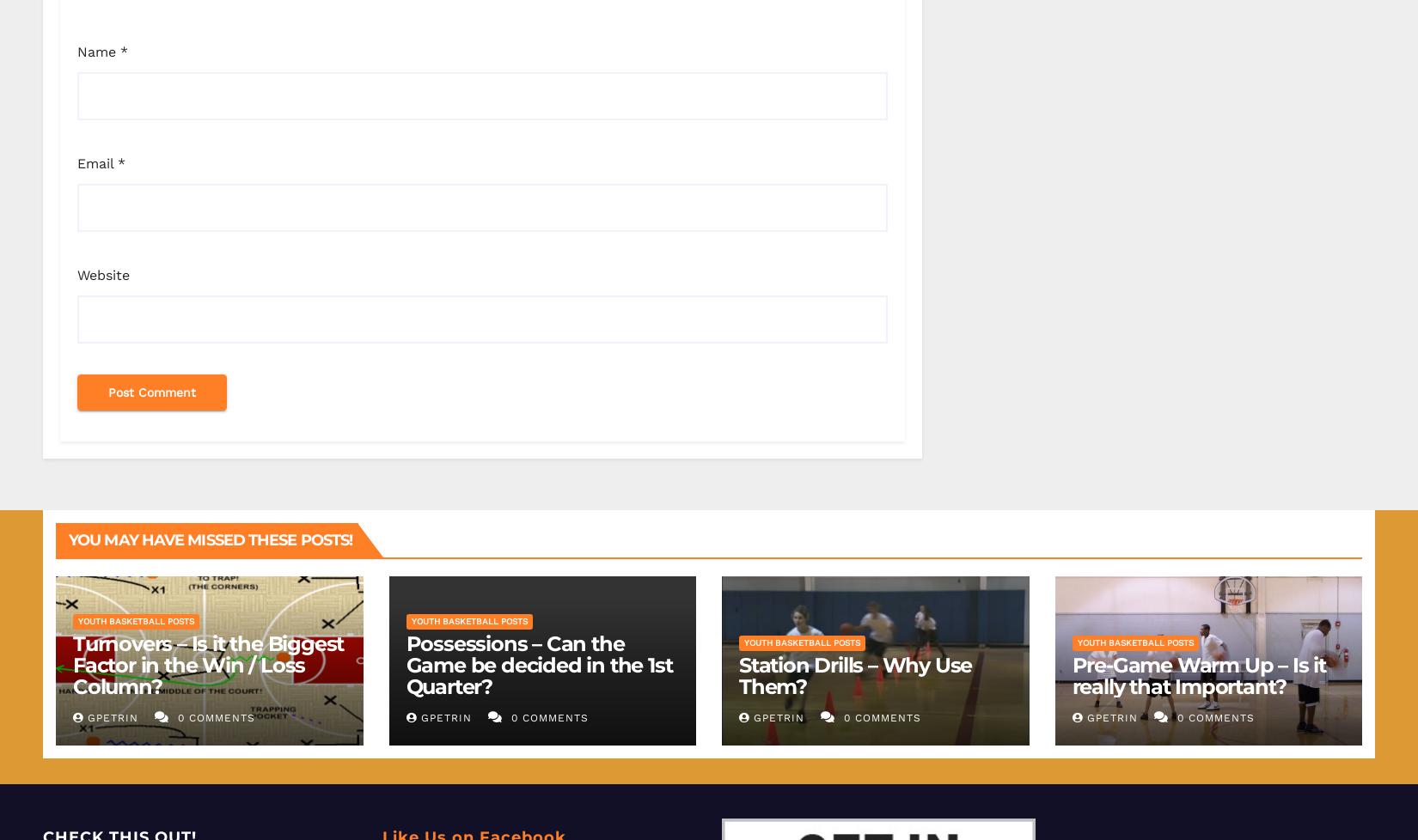 This screenshot has width=1418, height=840. Describe the element at coordinates (69, 539) in the screenshot. I see `'YOU MAY HAVE MISSED THESE POSTS!'` at that location.